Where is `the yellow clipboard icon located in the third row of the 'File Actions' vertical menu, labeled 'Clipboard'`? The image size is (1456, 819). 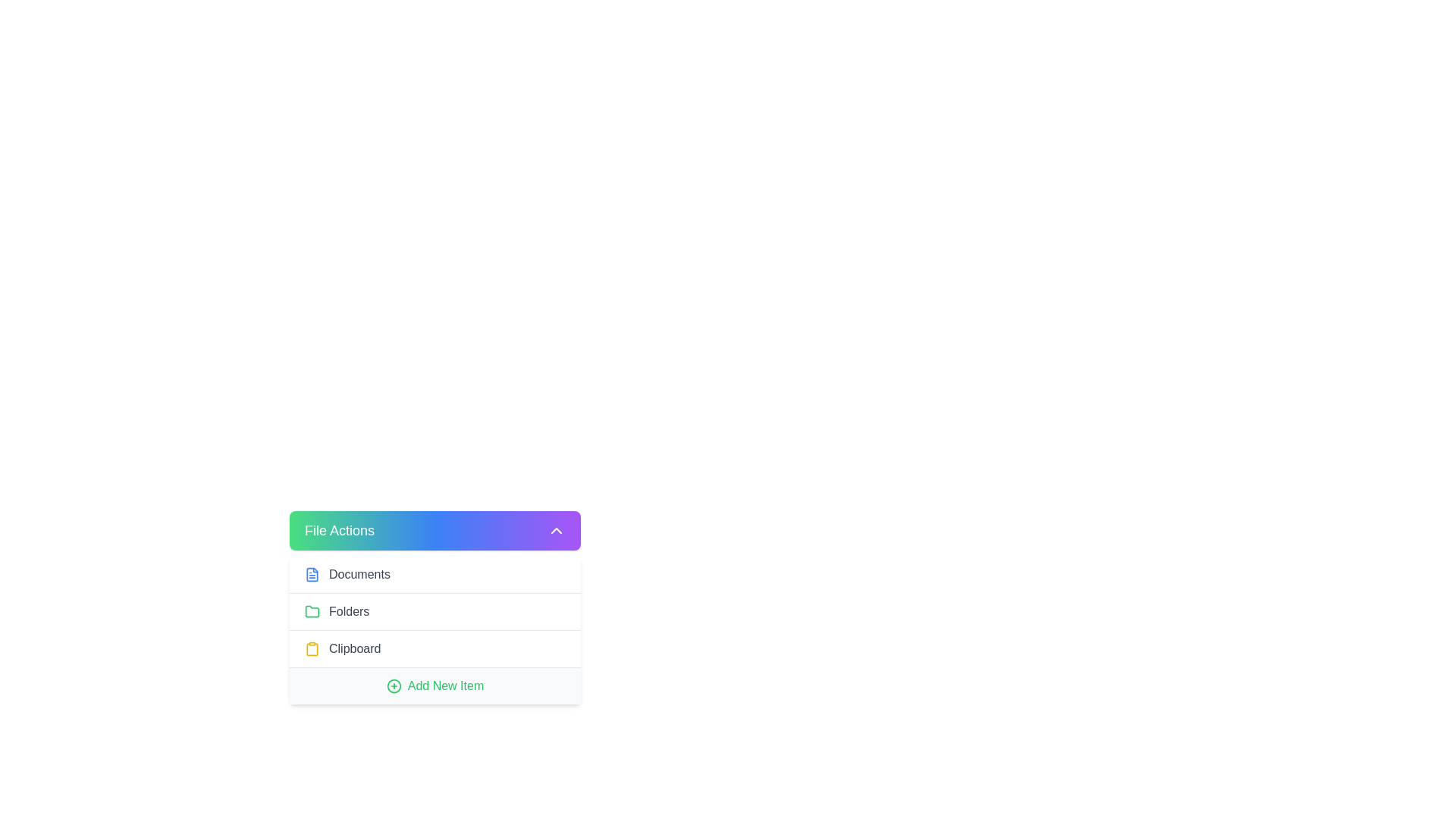
the yellow clipboard icon located in the third row of the 'File Actions' vertical menu, labeled 'Clipboard' is located at coordinates (312, 648).